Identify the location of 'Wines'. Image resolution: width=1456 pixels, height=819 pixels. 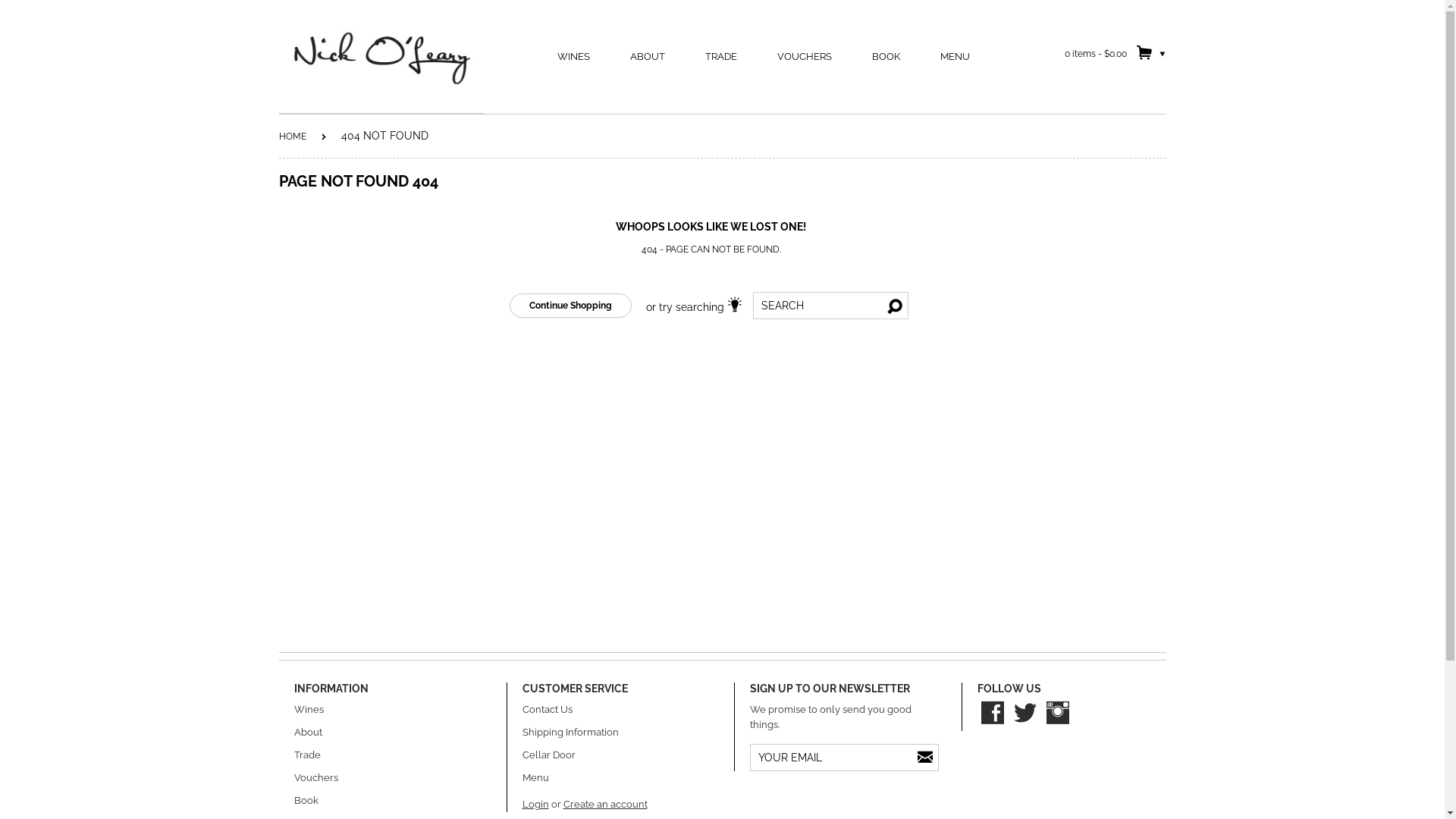
(308, 709).